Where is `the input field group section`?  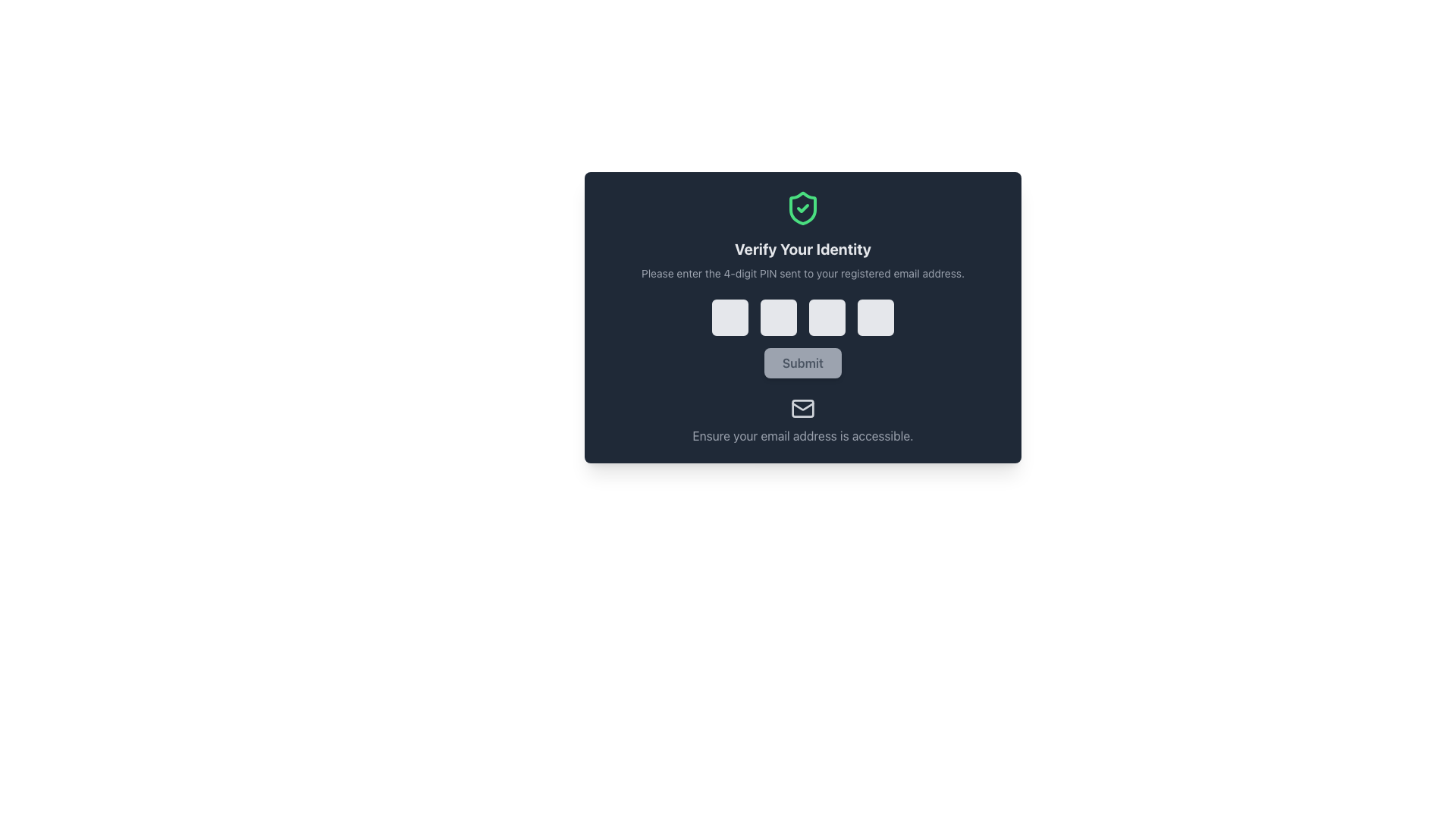
the input field group section is located at coordinates (802, 317).